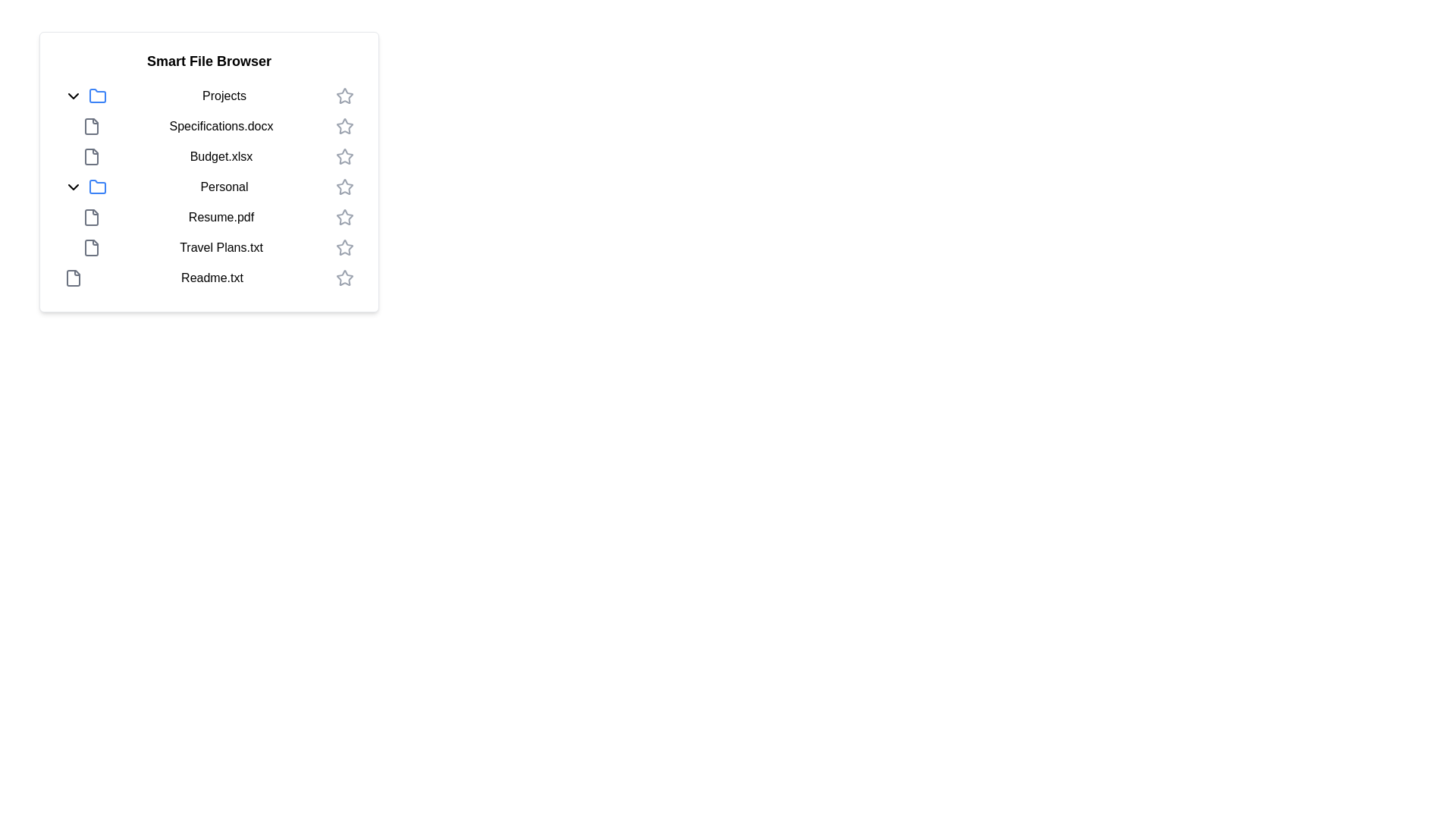 The image size is (1456, 819). I want to click on the star-shaped icon with a gray outline located at the right end of the row labeled 'Travel Plans.txt', so click(344, 247).